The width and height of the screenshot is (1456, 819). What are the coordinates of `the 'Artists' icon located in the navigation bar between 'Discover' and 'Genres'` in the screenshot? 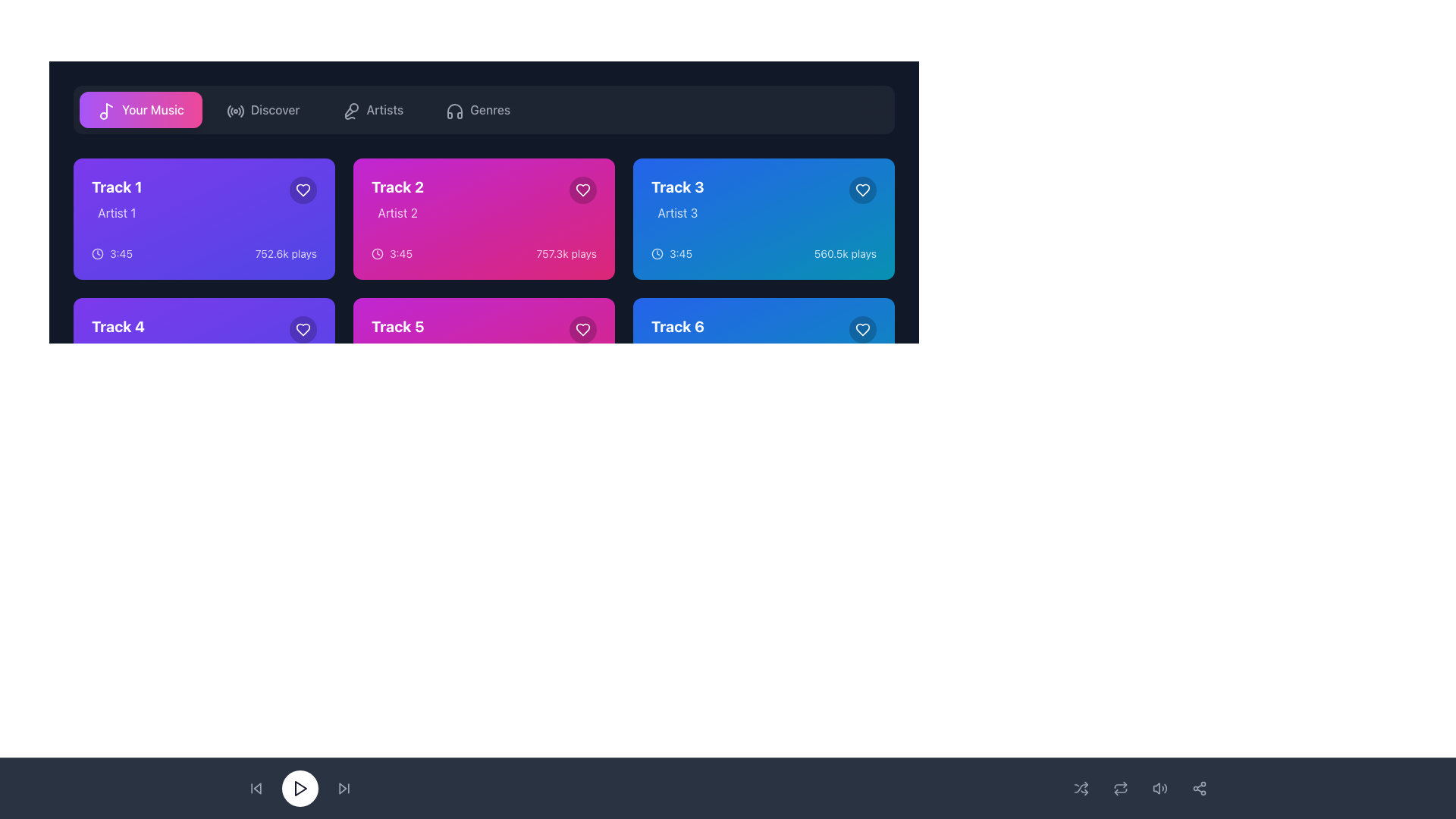 It's located at (349, 109).